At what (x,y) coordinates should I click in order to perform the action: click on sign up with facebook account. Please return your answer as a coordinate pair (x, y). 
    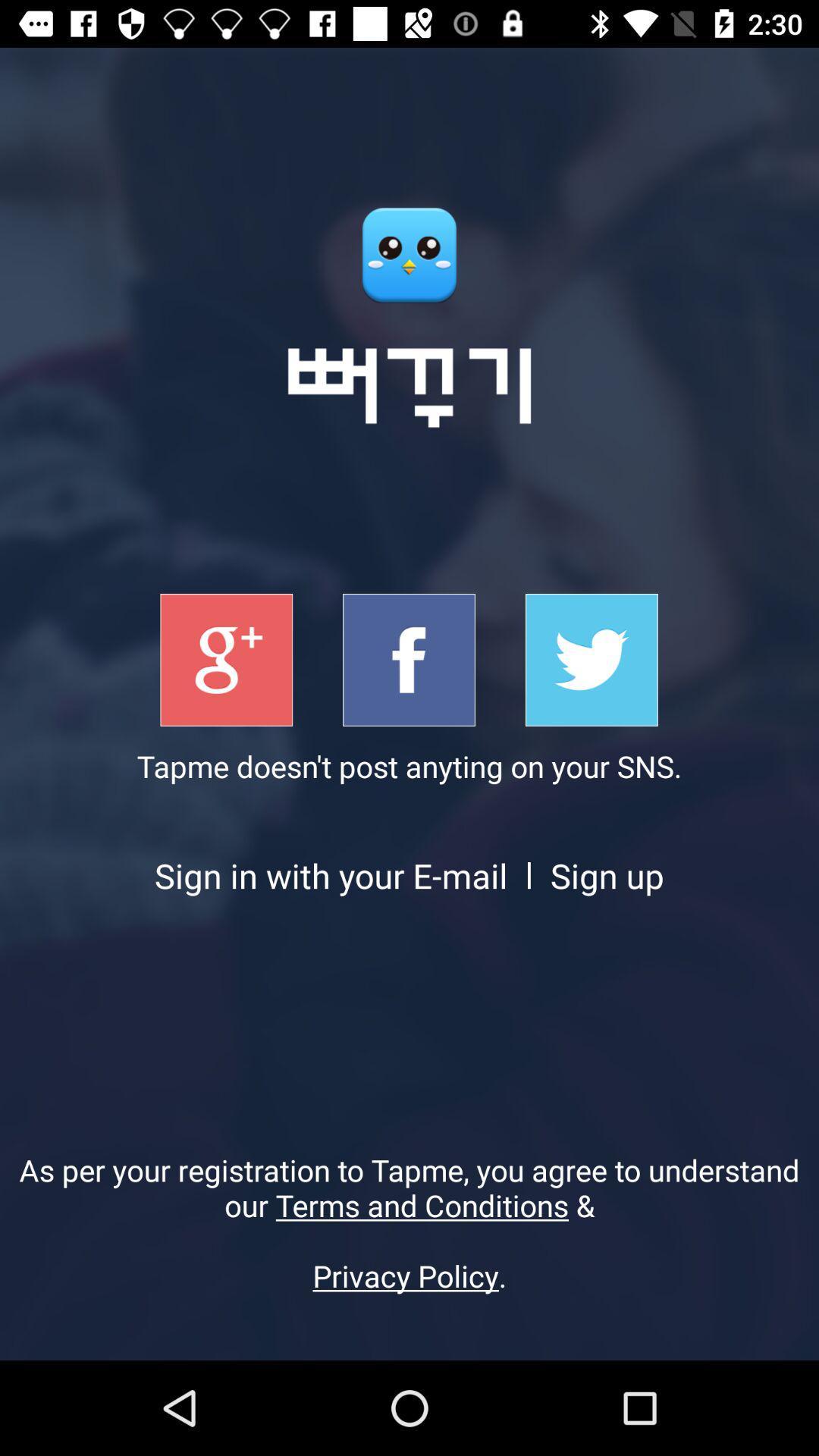
    Looking at the image, I should click on (408, 660).